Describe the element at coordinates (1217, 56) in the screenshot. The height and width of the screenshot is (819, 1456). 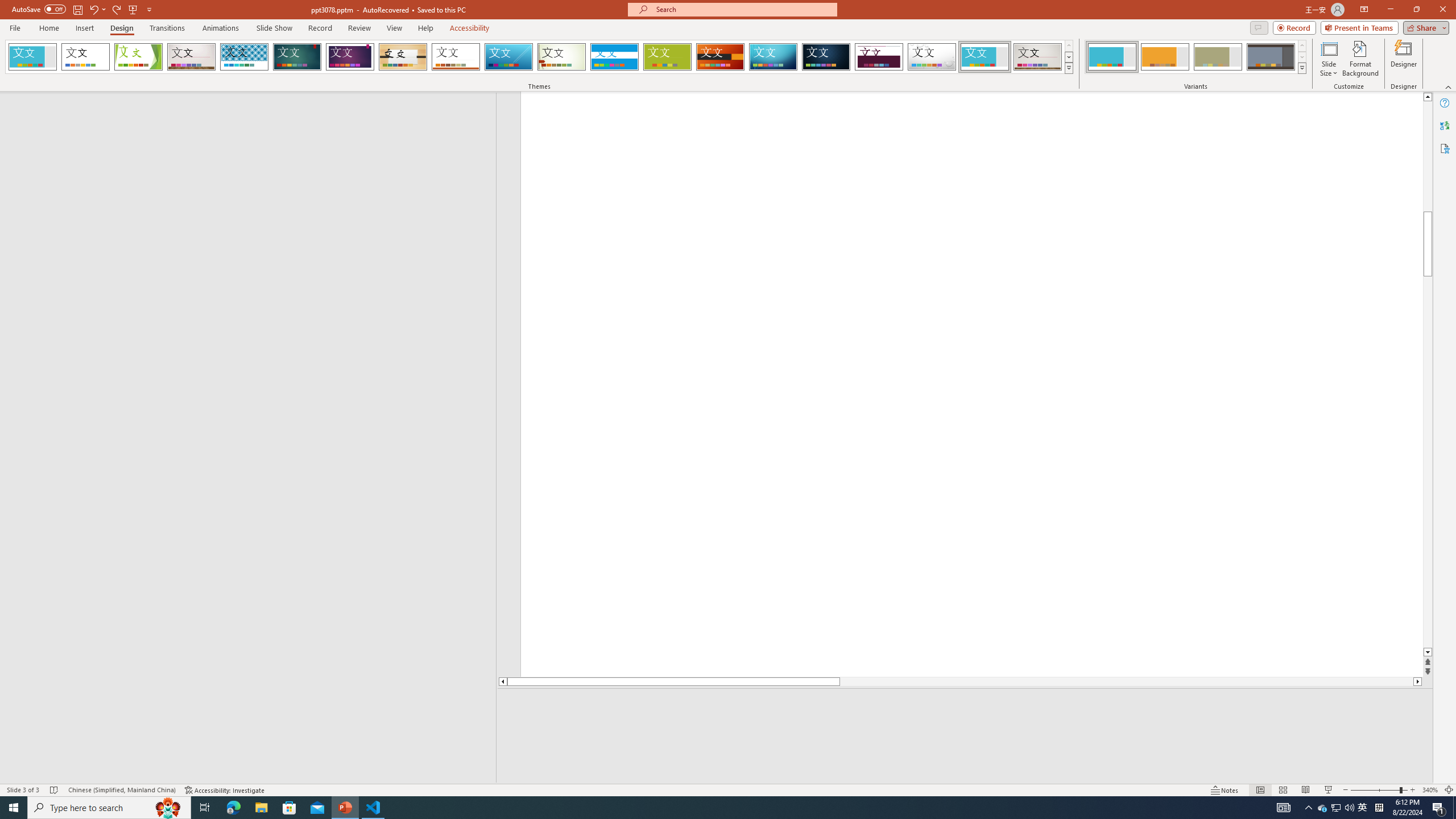
I see `'Frame Variant 3'` at that location.